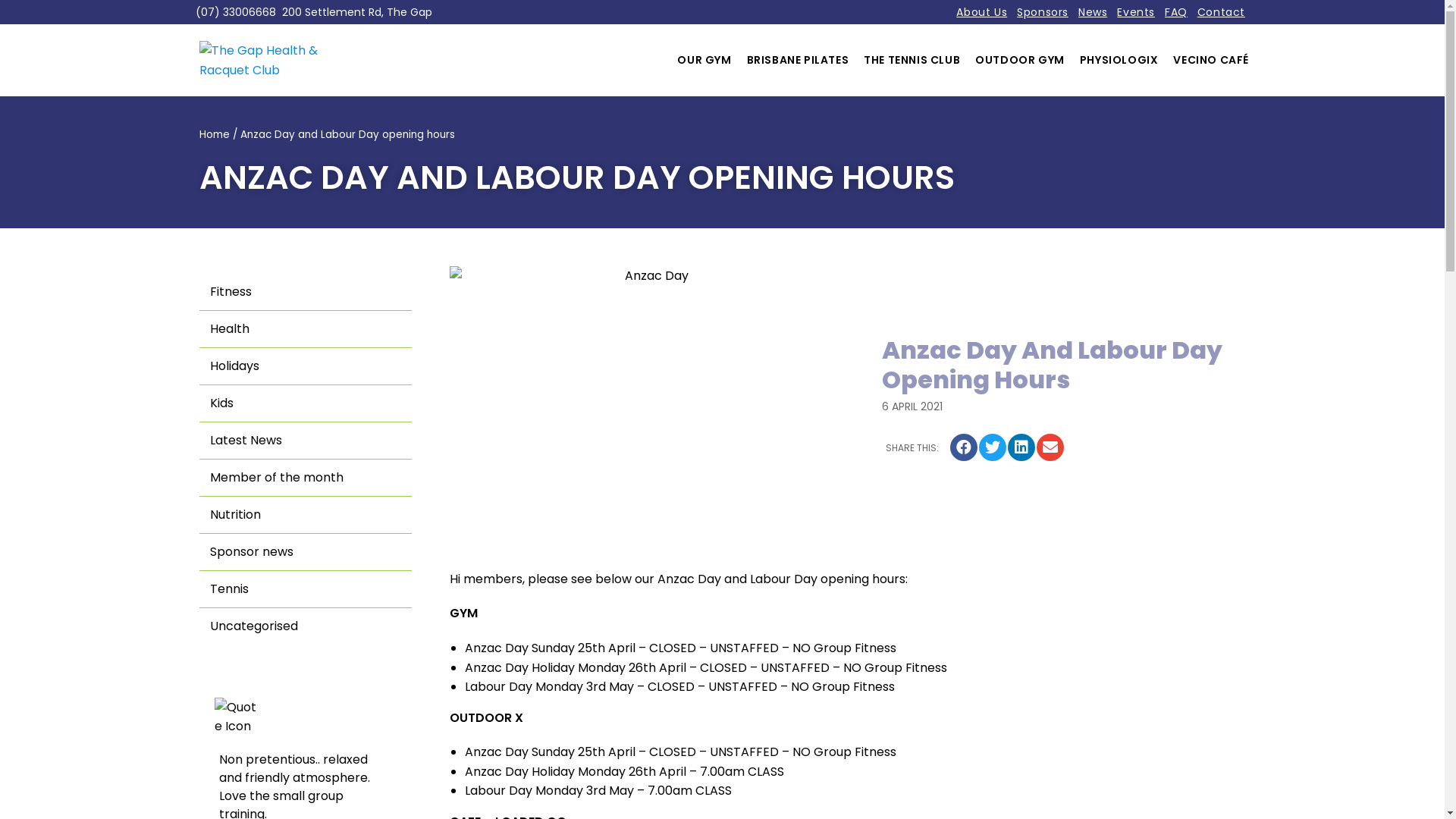  I want to click on 'Uncategorised', so click(305, 626).